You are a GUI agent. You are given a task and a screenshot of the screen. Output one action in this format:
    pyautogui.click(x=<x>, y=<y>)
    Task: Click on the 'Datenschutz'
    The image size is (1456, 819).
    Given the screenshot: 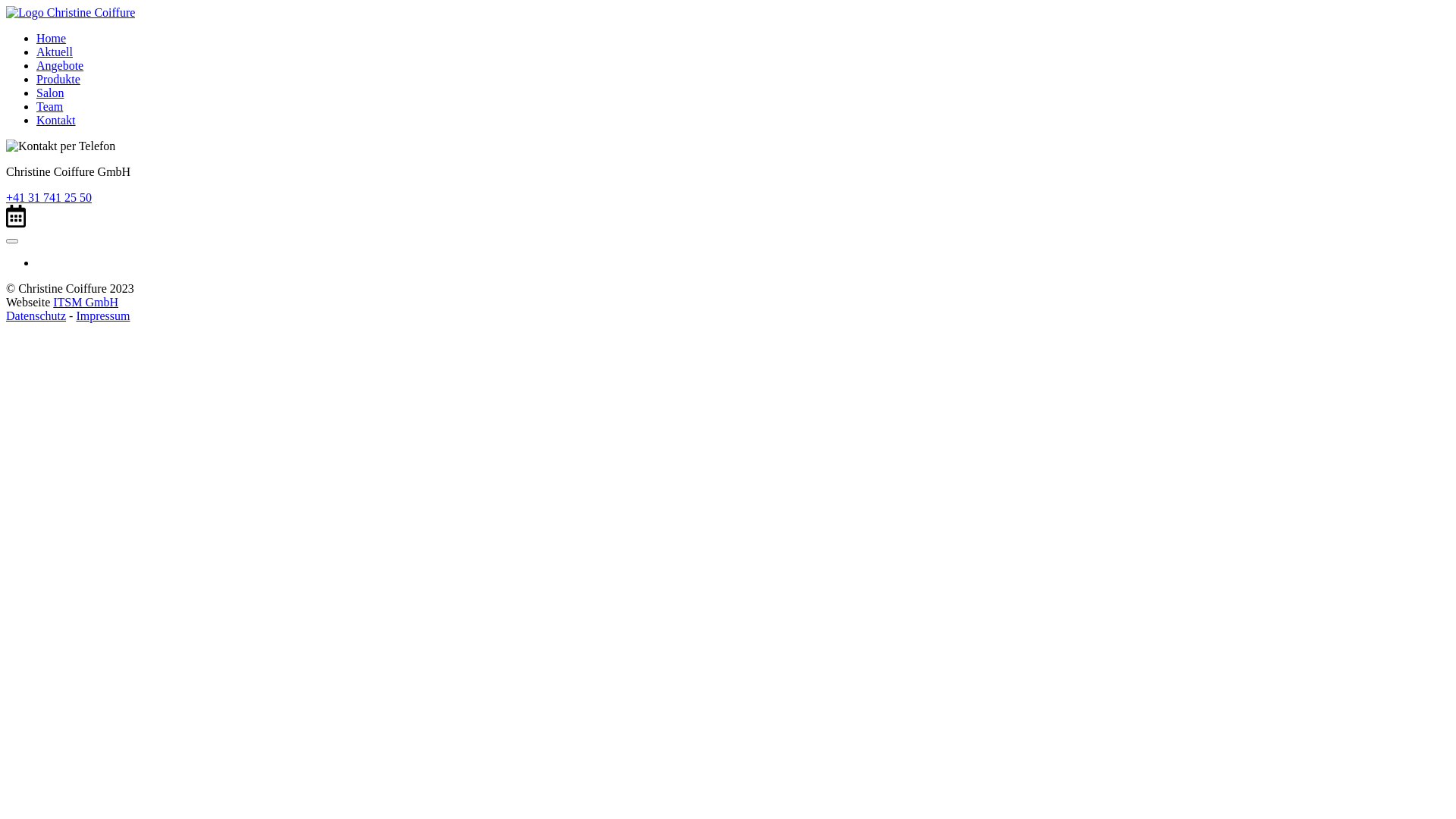 What is the action you would take?
    pyautogui.click(x=36, y=315)
    